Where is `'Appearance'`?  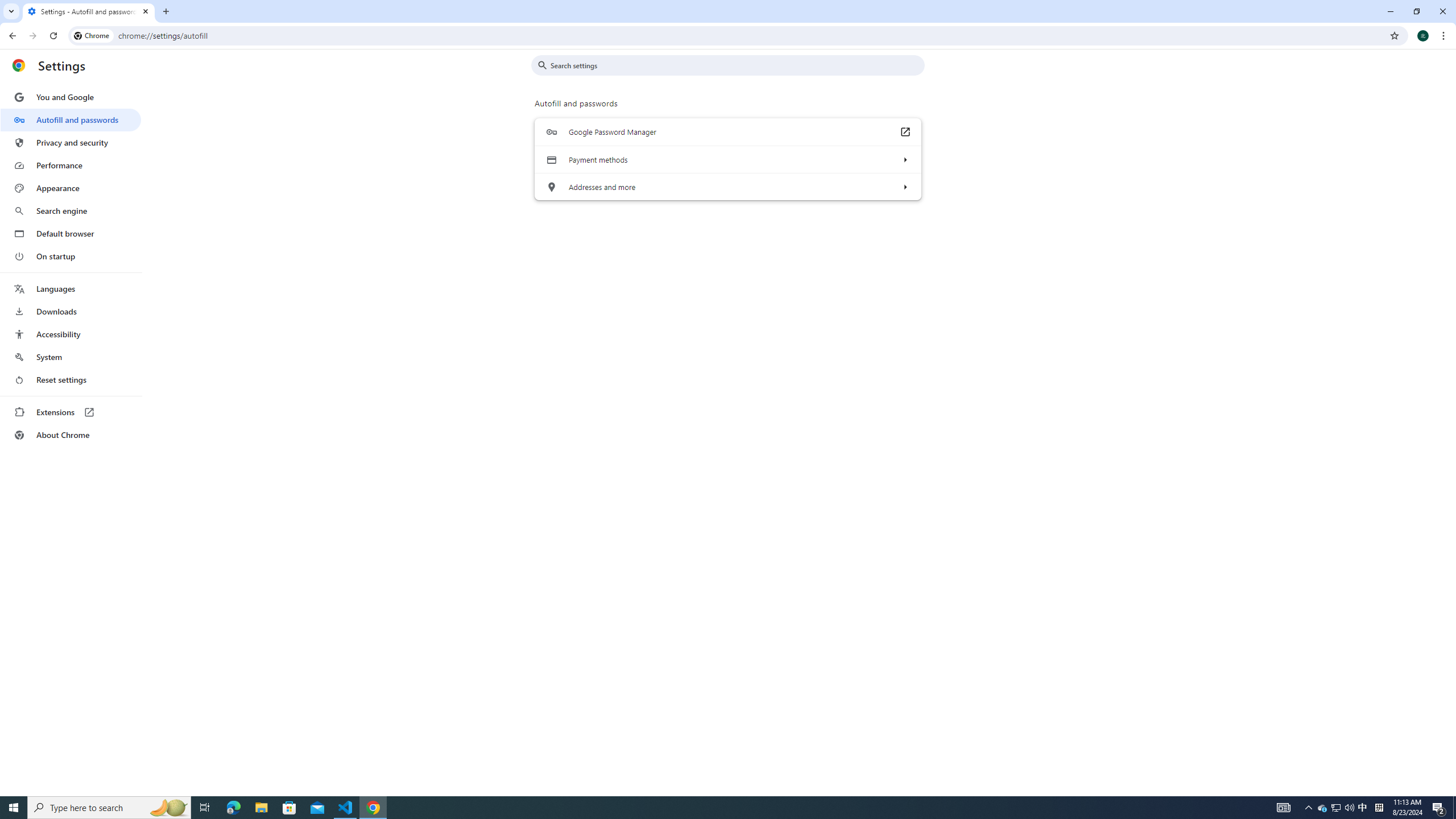
'Appearance' is located at coordinates (70, 188).